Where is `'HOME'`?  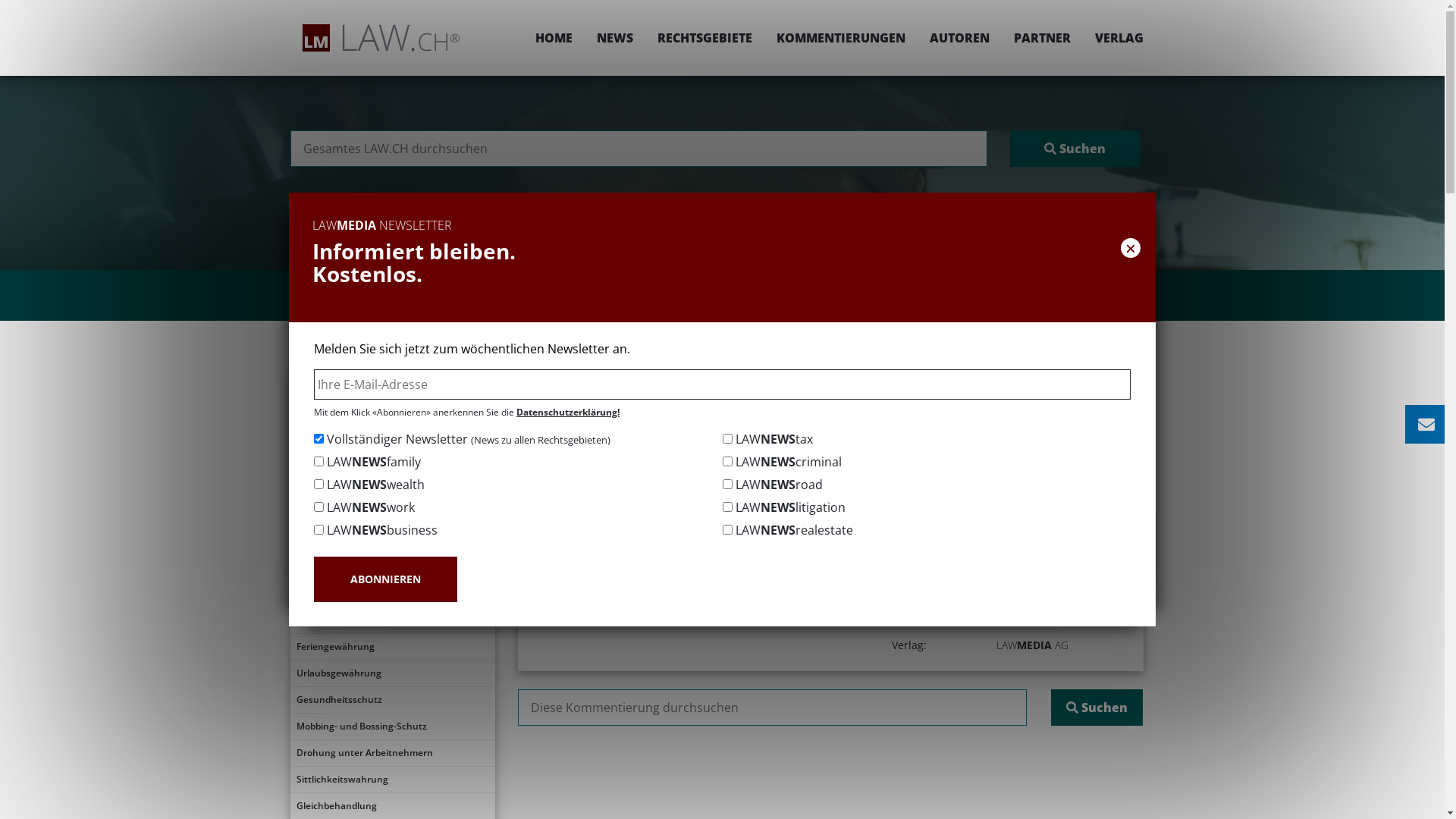
'HOME' is located at coordinates (523, 37).